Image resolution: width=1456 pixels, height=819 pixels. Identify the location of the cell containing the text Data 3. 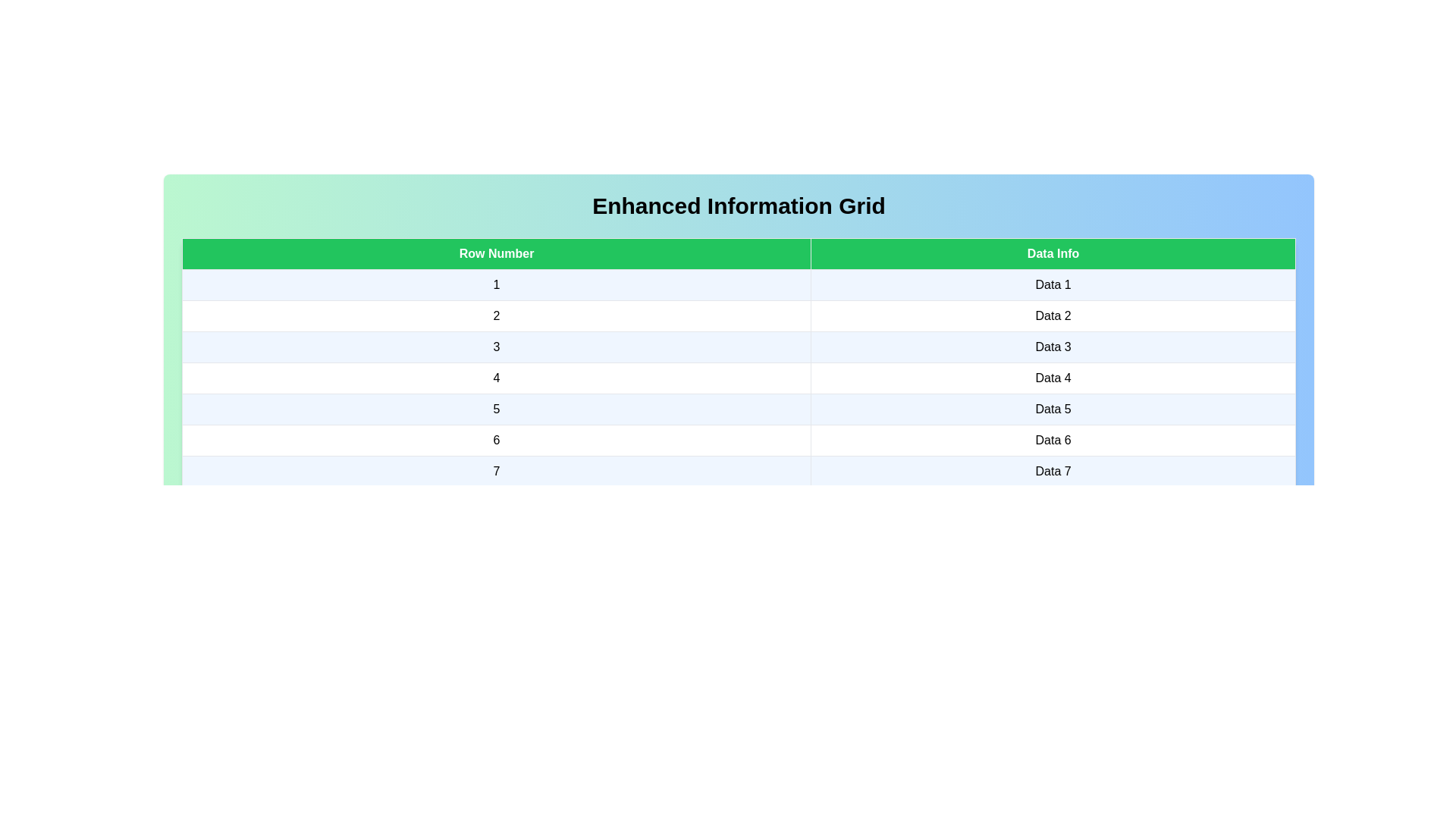
(1053, 347).